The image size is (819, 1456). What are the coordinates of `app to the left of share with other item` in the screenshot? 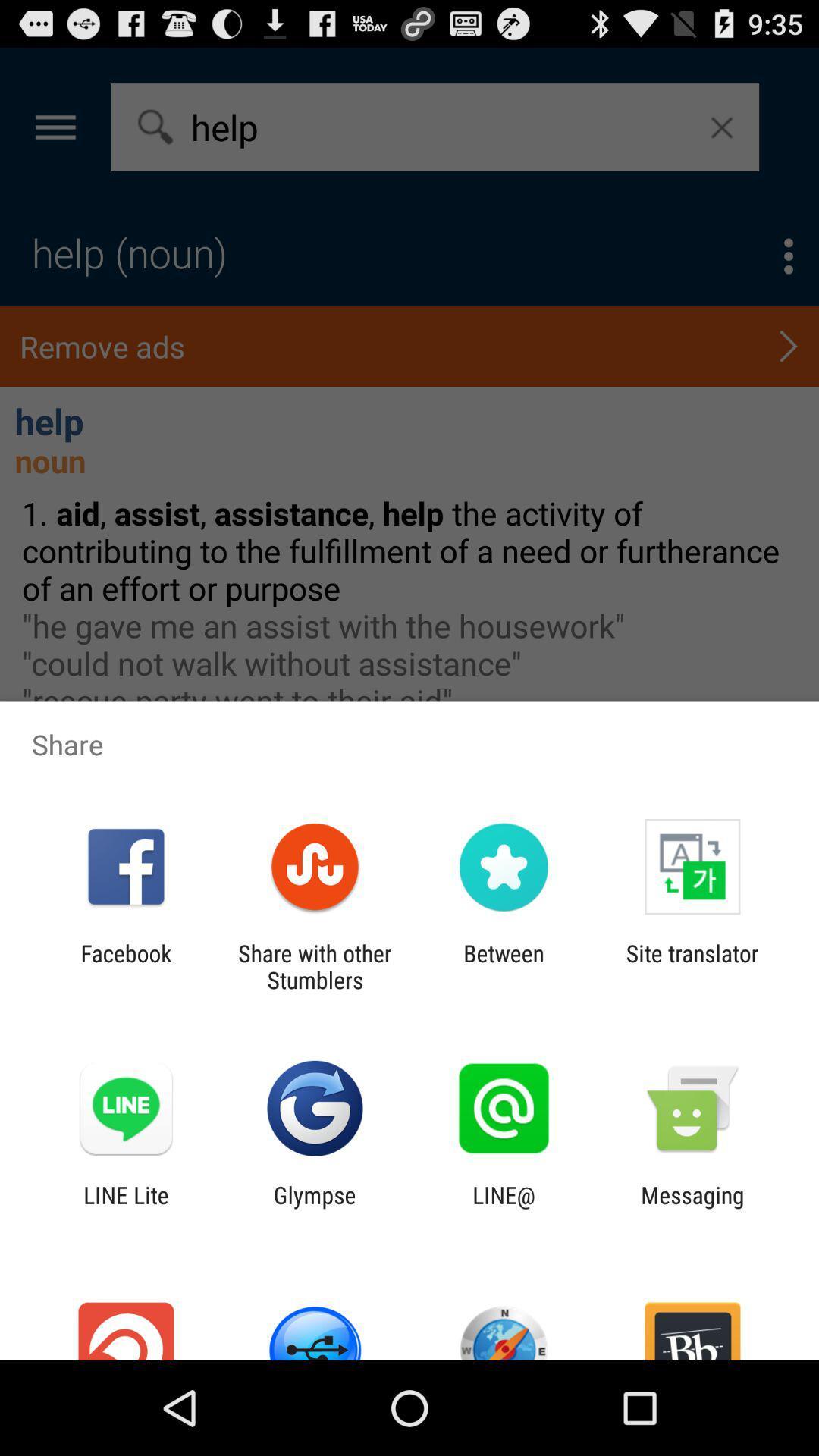 It's located at (125, 966).